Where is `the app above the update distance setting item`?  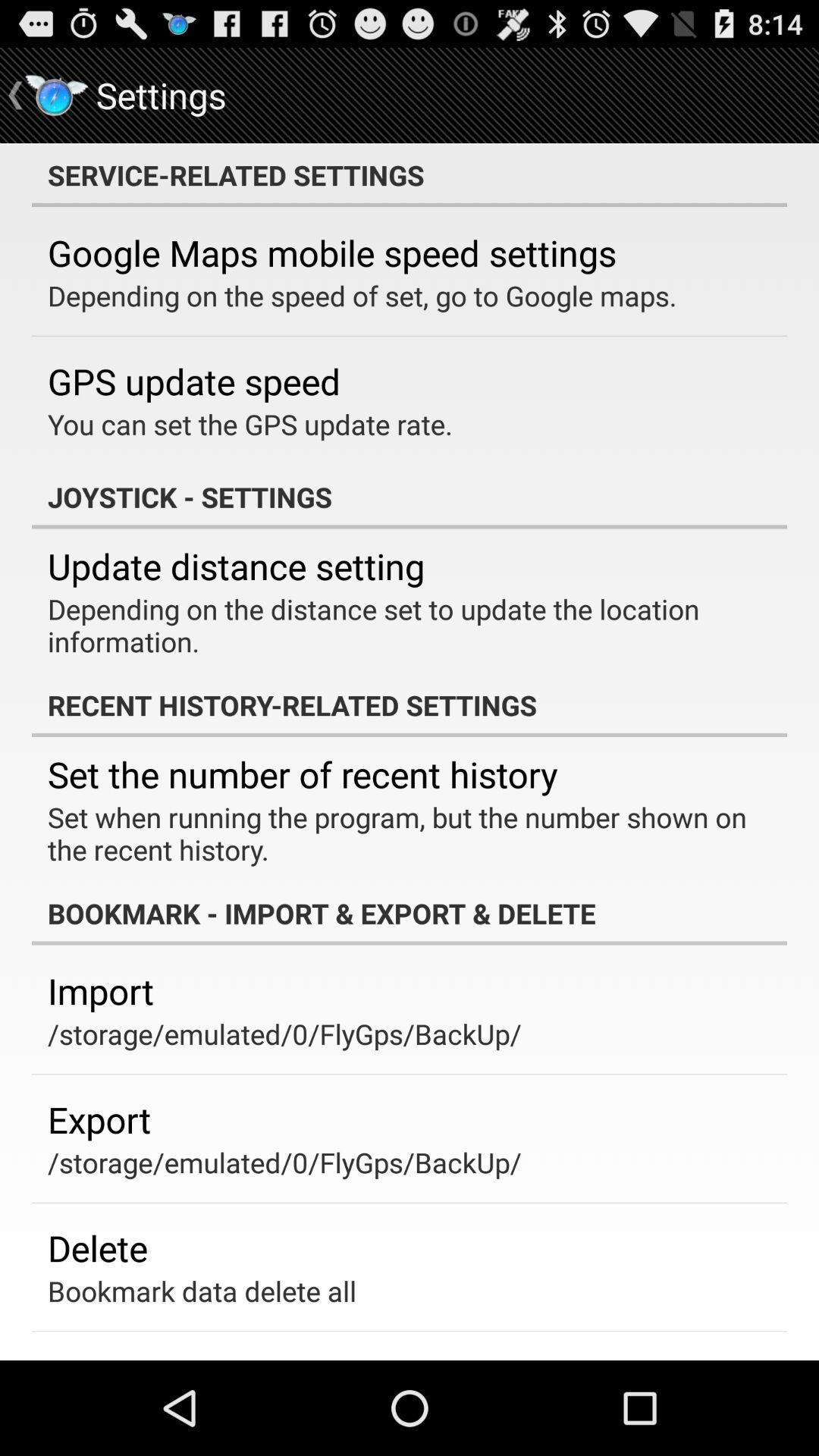 the app above the update distance setting item is located at coordinates (409, 497).